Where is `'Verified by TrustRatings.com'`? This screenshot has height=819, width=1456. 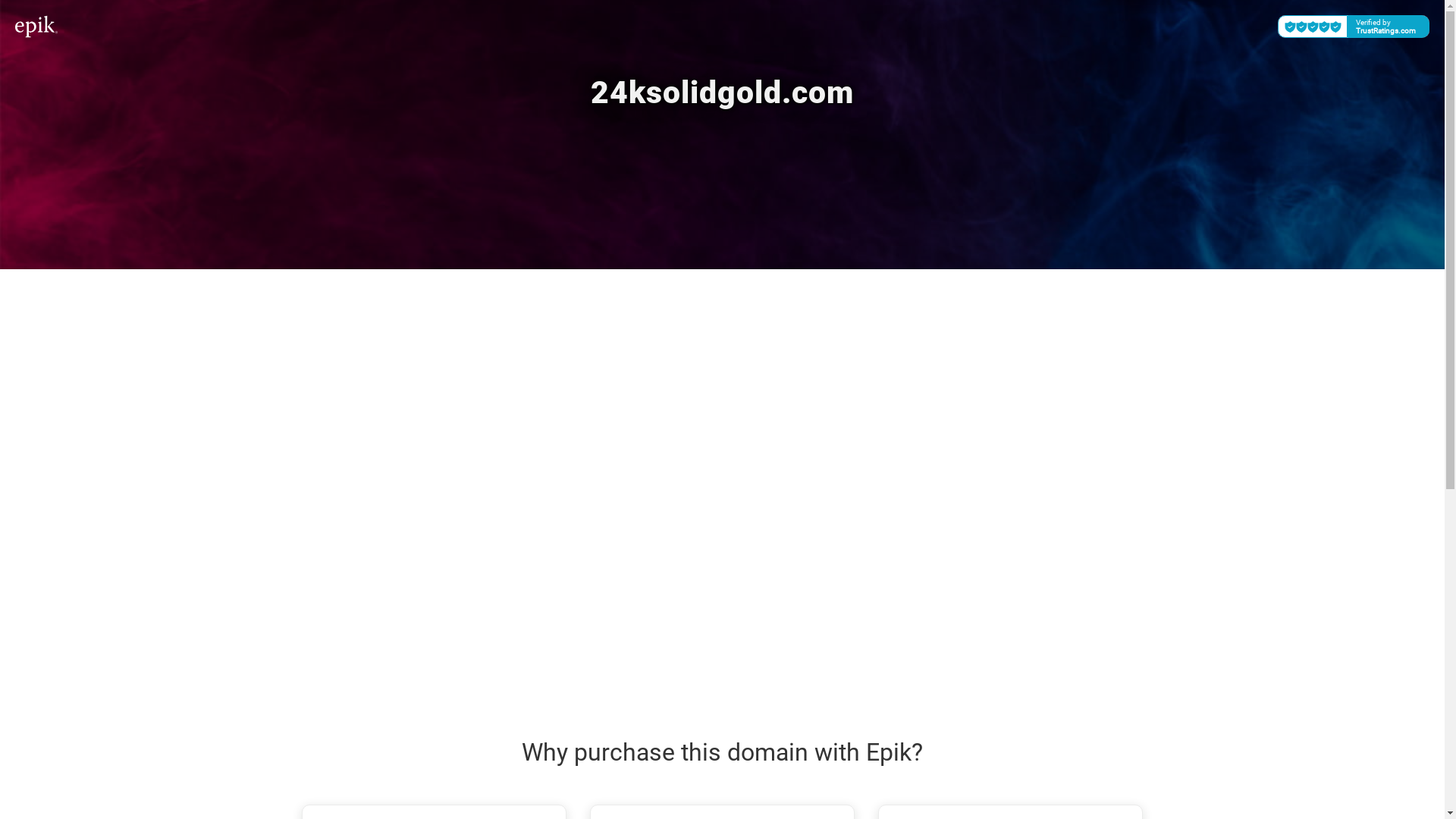 'Verified by TrustRatings.com' is located at coordinates (1276, 26).